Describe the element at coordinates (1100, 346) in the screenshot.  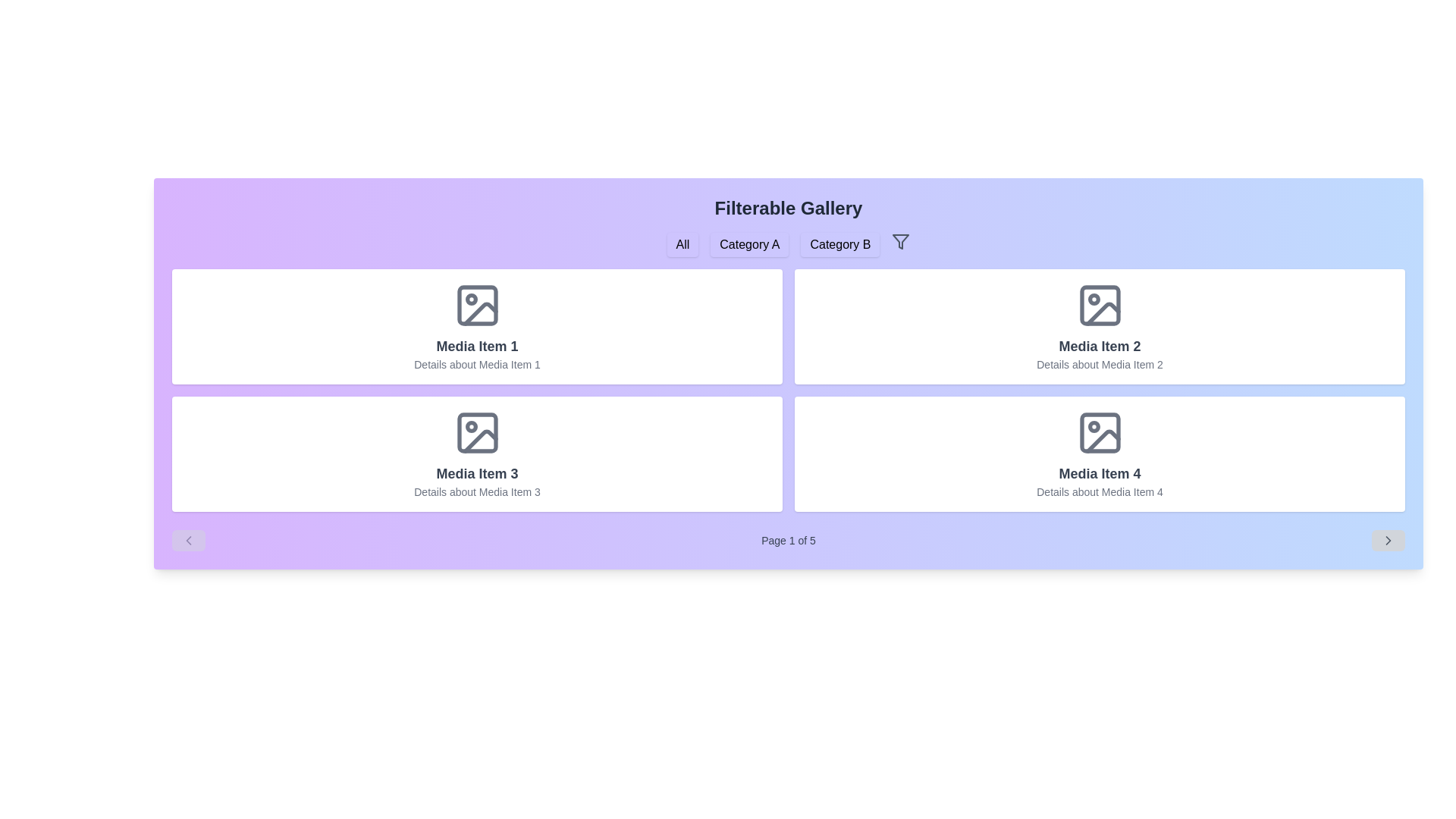
I see `the text label displaying 'Media Item 2' which is part of the second media card in the upper row of the grid layout` at that location.